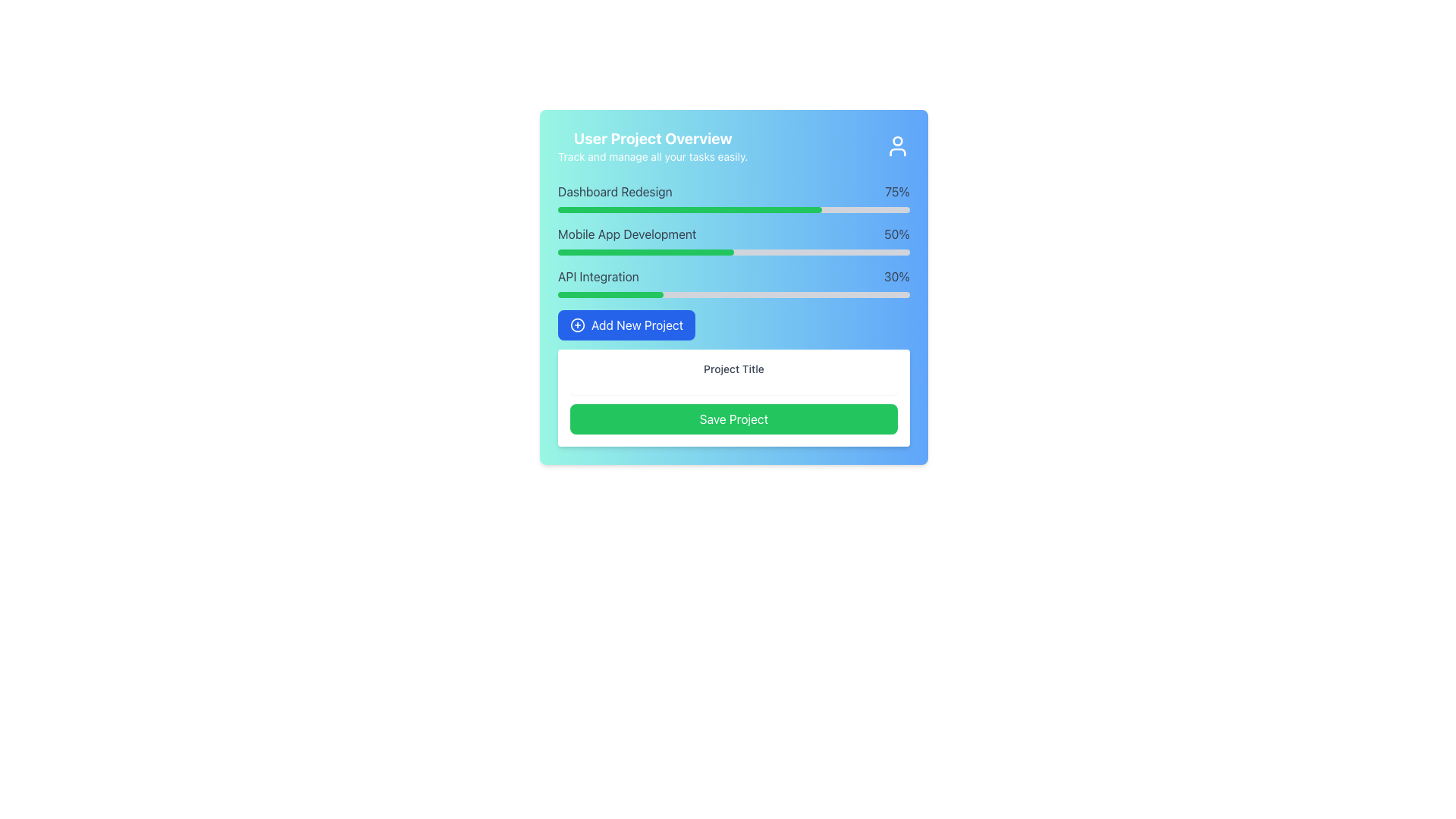  I want to click on the submit button located directly below the 'Project Title' text input field, so click(734, 419).